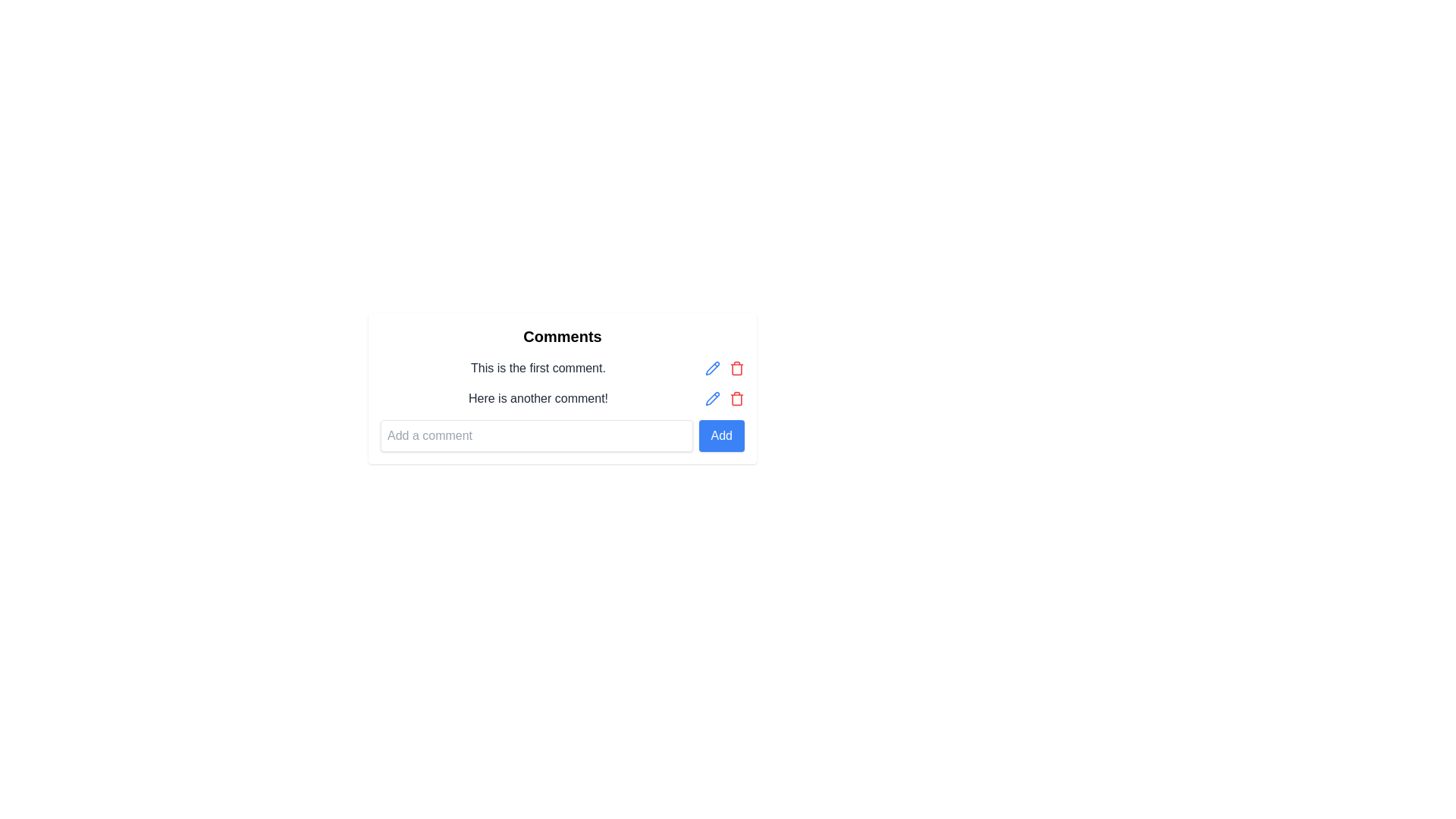 The width and height of the screenshot is (1456, 819). What do you see at coordinates (712, 369) in the screenshot?
I see `the edit button, which is the second icon in the inline group to the right of 'This is the first comment.' and before the red trash can icon, to initiate editing` at bounding box center [712, 369].